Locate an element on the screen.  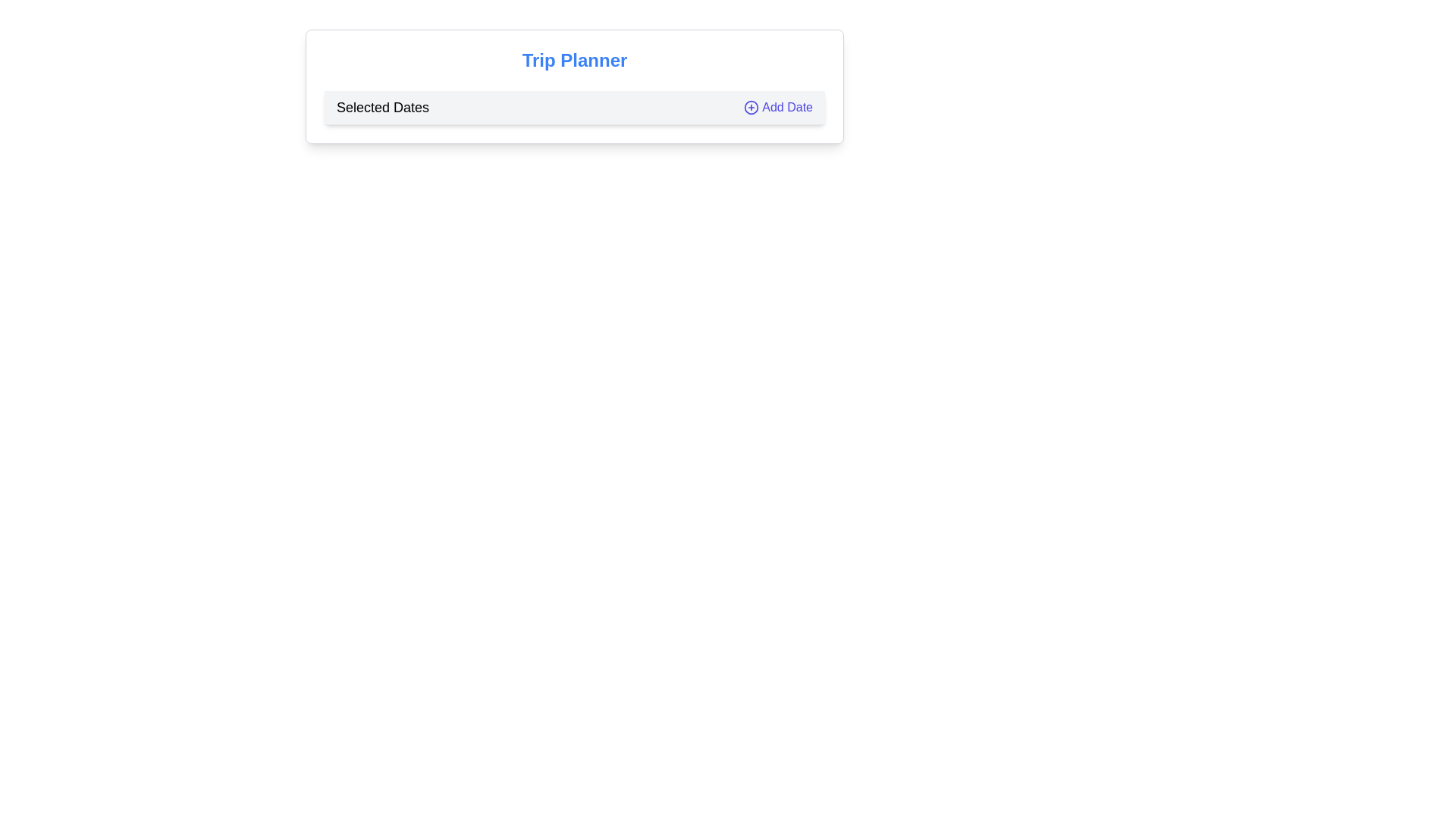
the circular icon with a blue outlined plus symbol located to the left of the 'Add Date' text in the 'Selected Dates' section is located at coordinates (752, 107).